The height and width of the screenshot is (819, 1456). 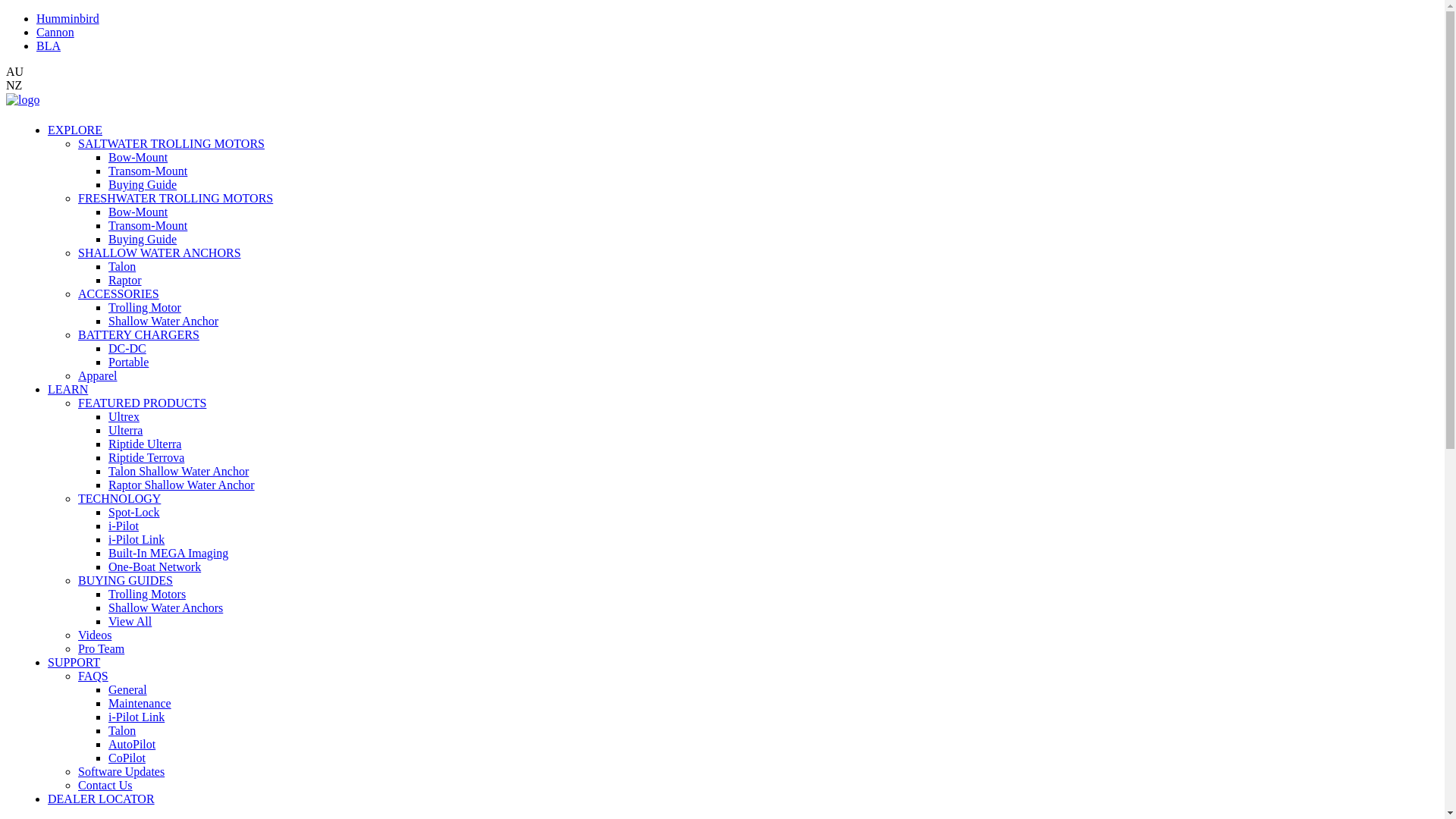 I want to click on 'Shallow Water Anchor', so click(x=163, y=320).